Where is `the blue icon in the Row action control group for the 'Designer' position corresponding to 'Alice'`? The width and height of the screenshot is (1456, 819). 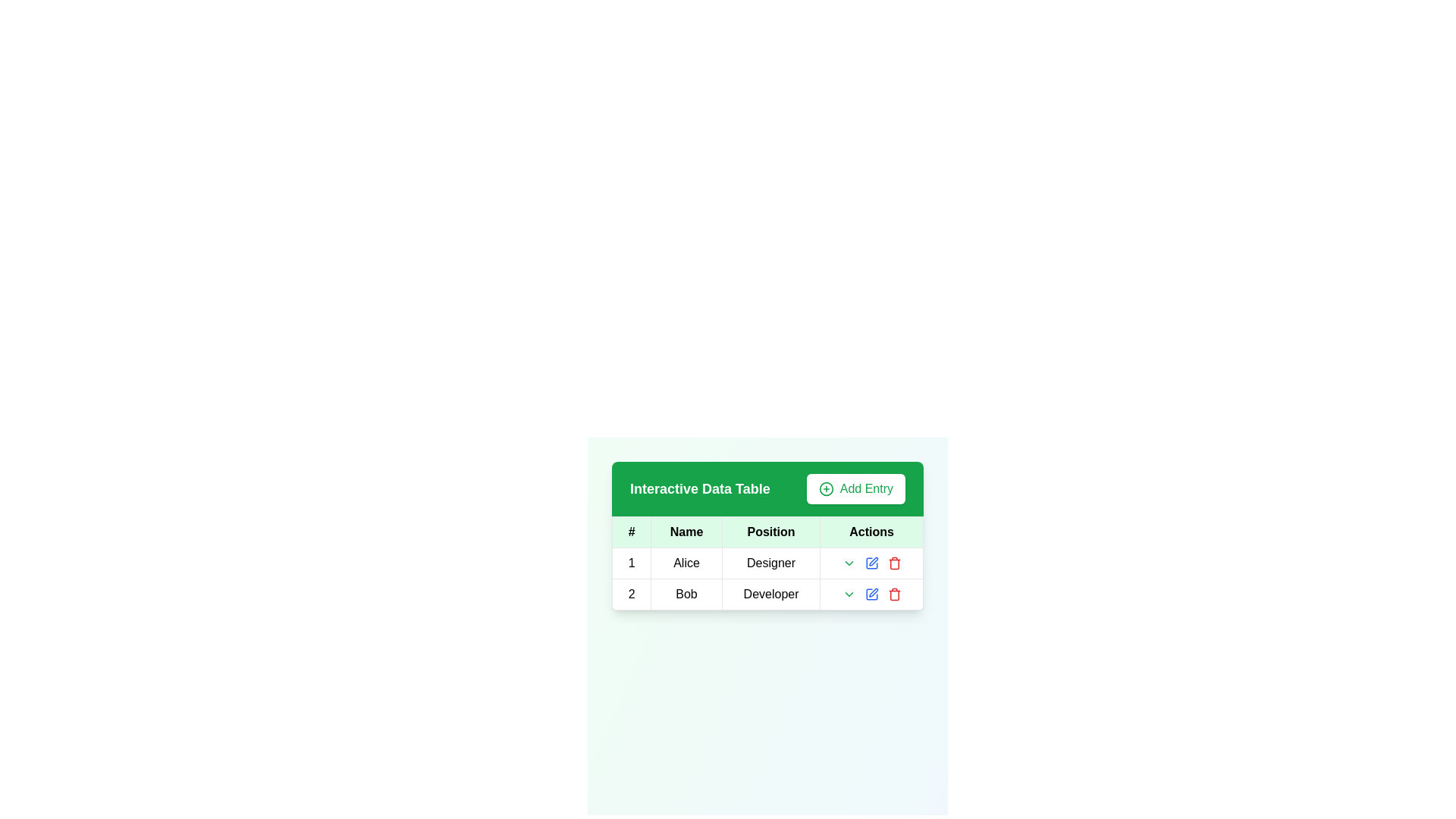
the blue icon in the Row action control group for the 'Designer' position corresponding to 'Alice' is located at coordinates (871, 563).